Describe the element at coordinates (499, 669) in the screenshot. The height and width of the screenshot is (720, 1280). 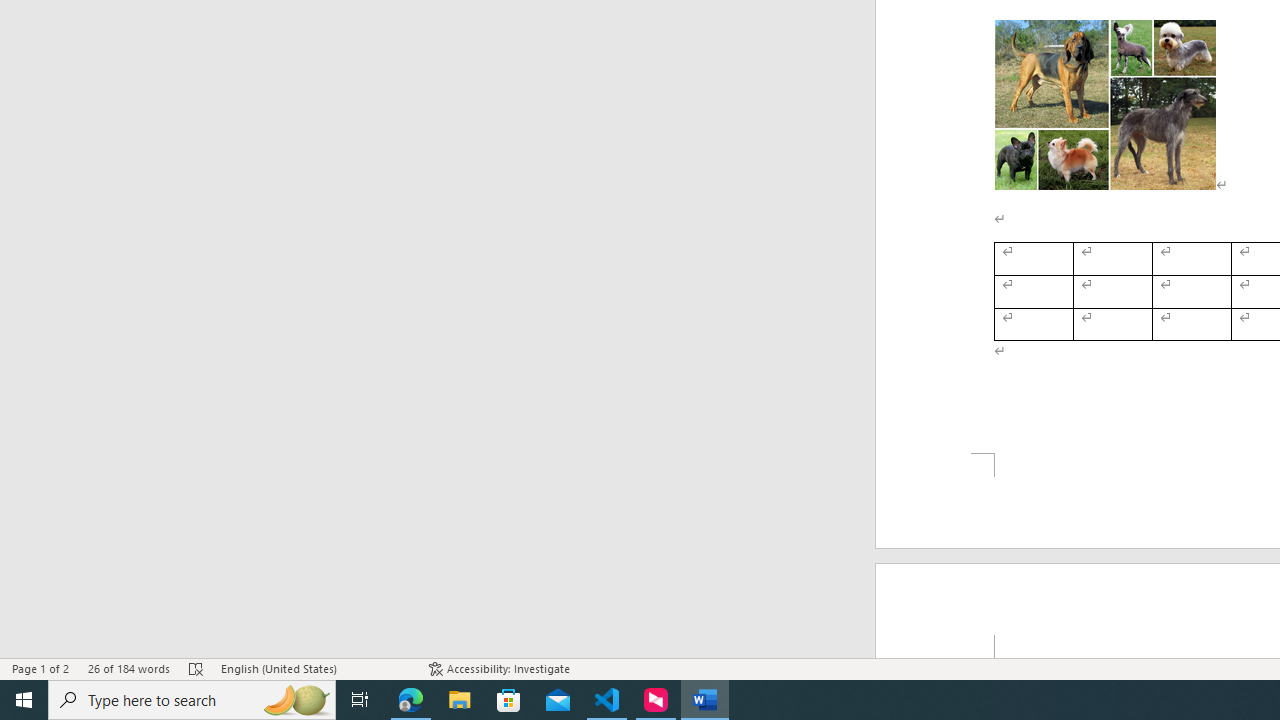
I see `'Accessibility Checker Accessibility: Investigate'` at that location.